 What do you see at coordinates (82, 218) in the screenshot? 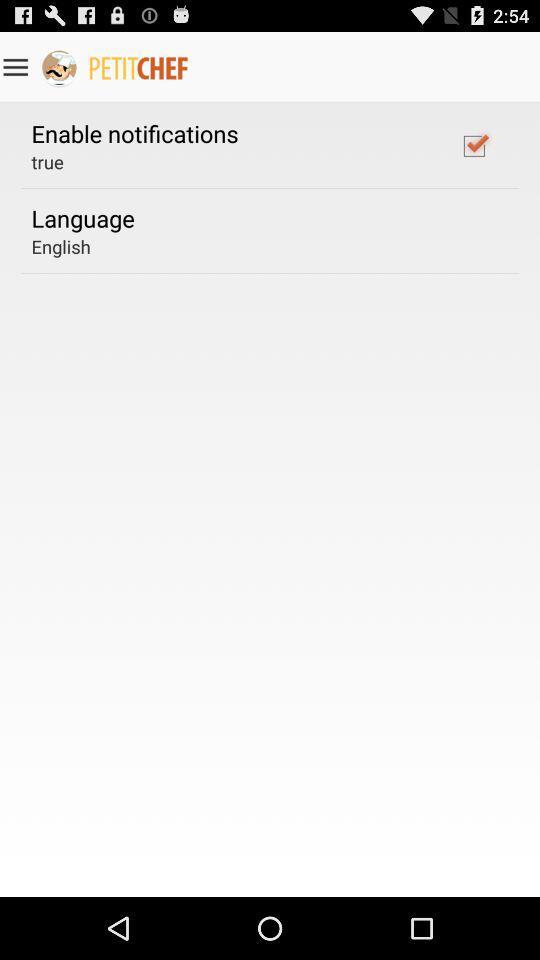
I see `the item above the english app` at bounding box center [82, 218].